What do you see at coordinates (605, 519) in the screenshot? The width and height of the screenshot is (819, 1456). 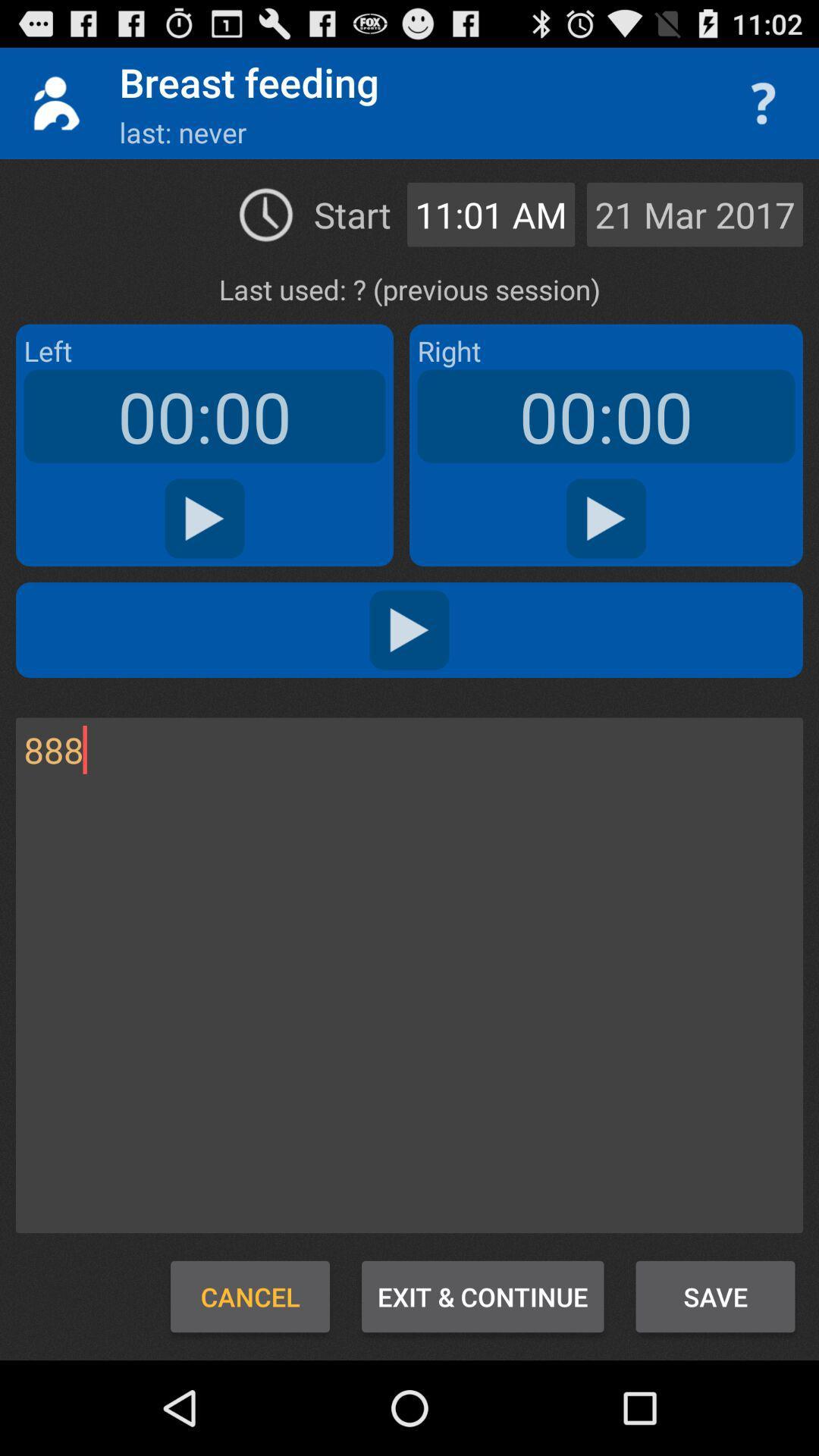 I see `right` at bounding box center [605, 519].